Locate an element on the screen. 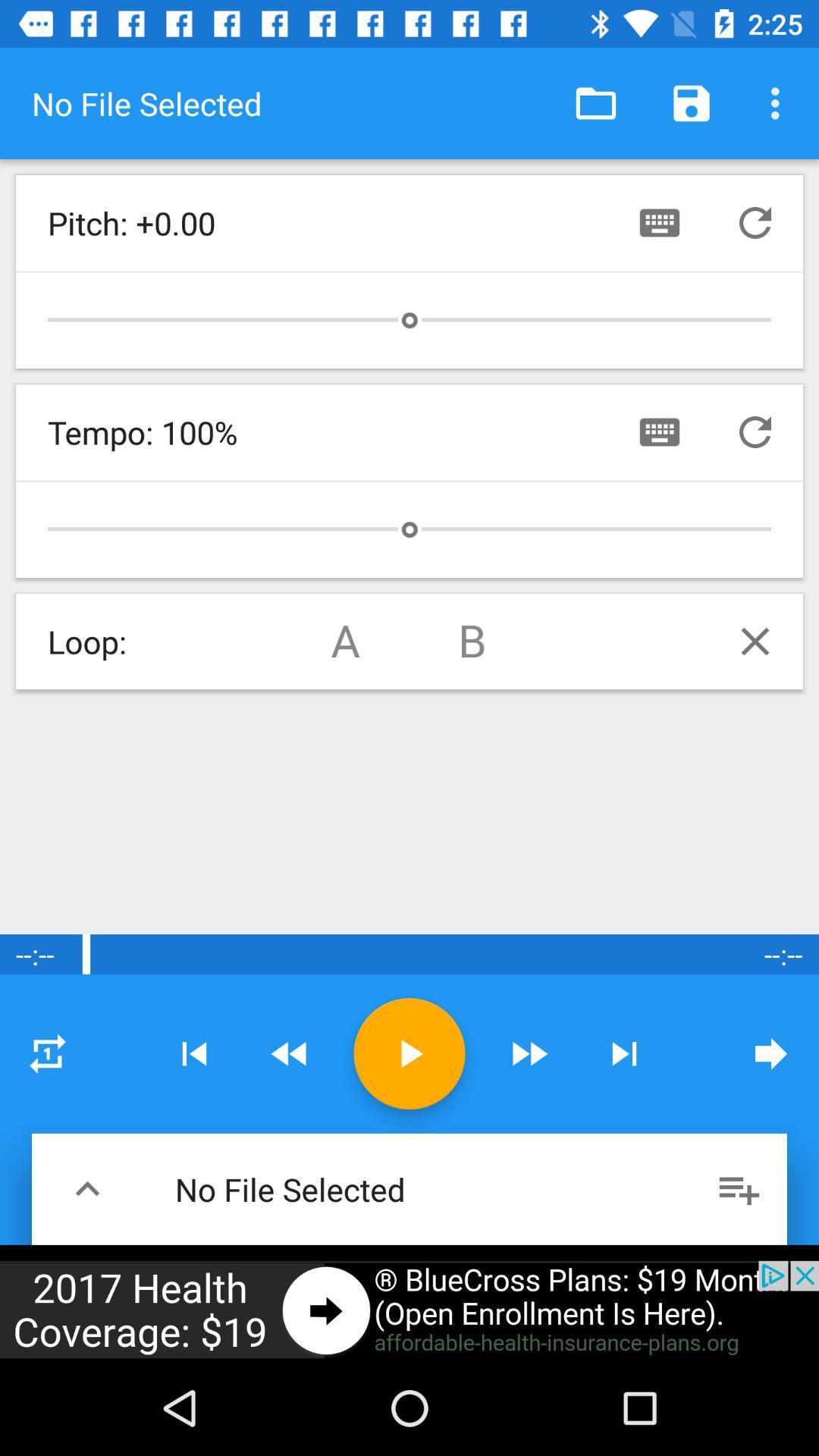 This screenshot has height=1456, width=819. settings is located at coordinates (46, 1053).